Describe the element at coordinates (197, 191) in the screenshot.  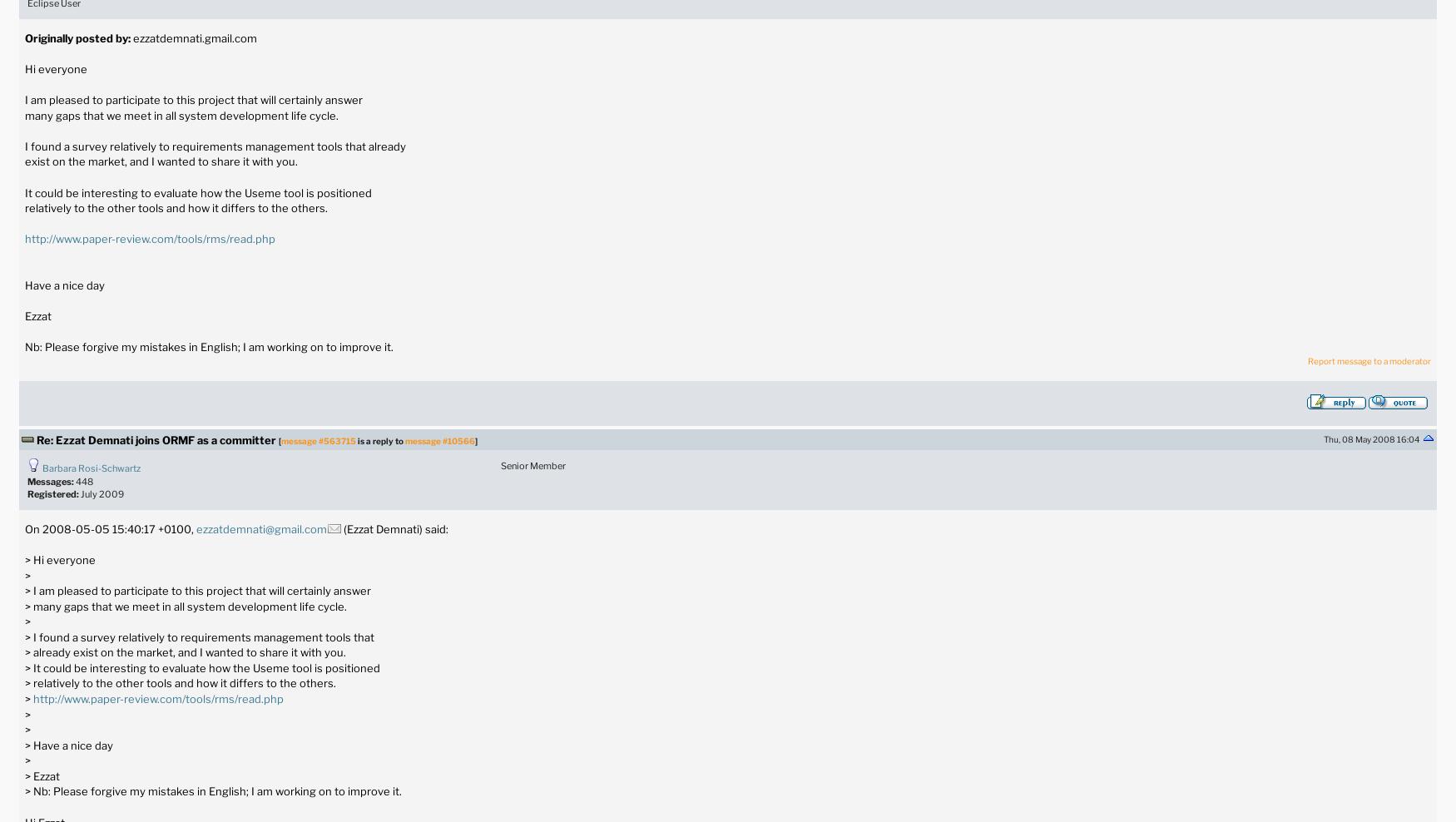
I see `'It could be interesting to evaluate how the Useme tool is positioned'` at that location.